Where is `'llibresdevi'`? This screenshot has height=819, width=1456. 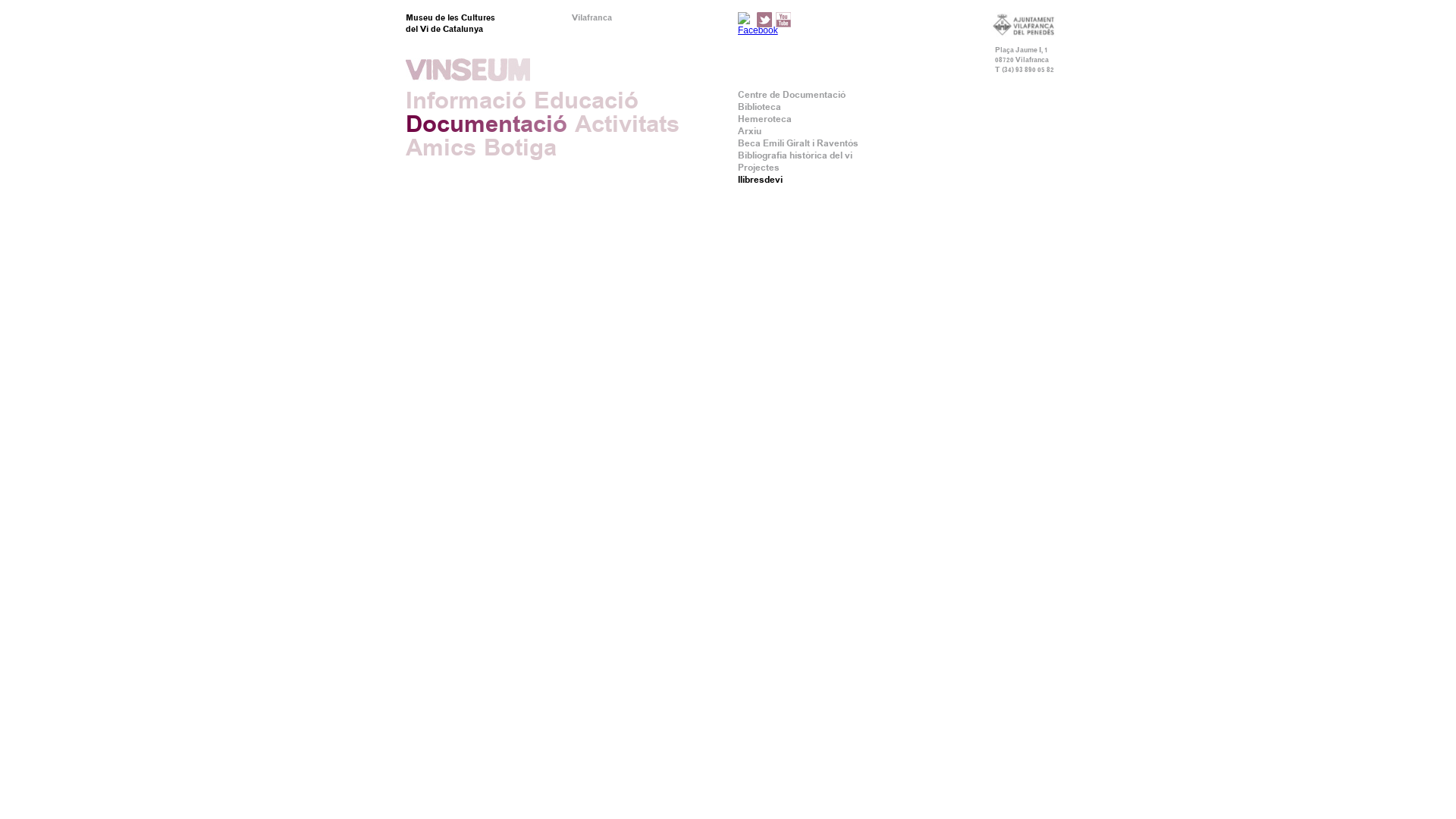
'llibresdevi' is located at coordinates (760, 178).